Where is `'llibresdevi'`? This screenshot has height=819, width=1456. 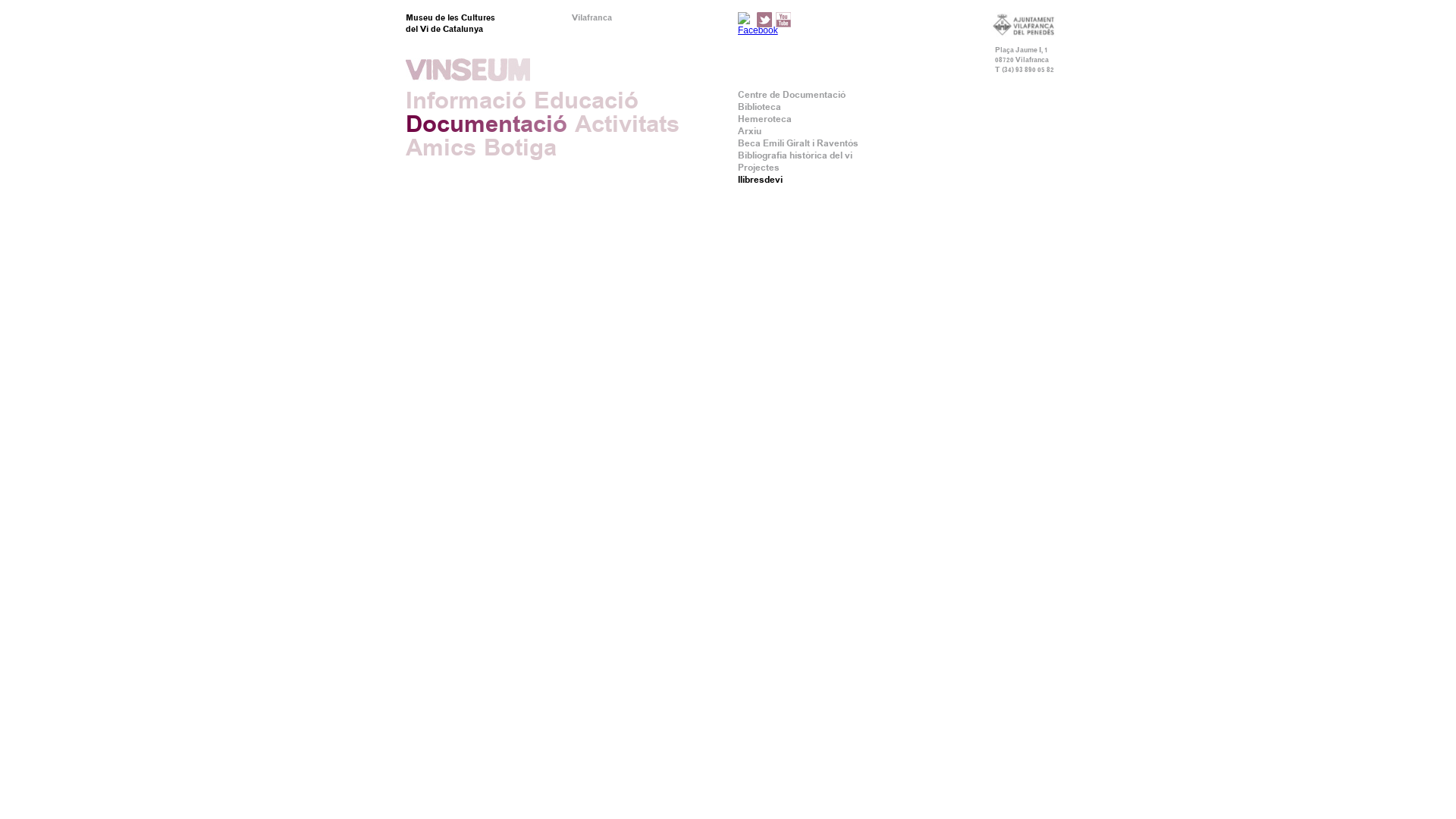
'llibresdevi' is located at coordinates (760, 178).